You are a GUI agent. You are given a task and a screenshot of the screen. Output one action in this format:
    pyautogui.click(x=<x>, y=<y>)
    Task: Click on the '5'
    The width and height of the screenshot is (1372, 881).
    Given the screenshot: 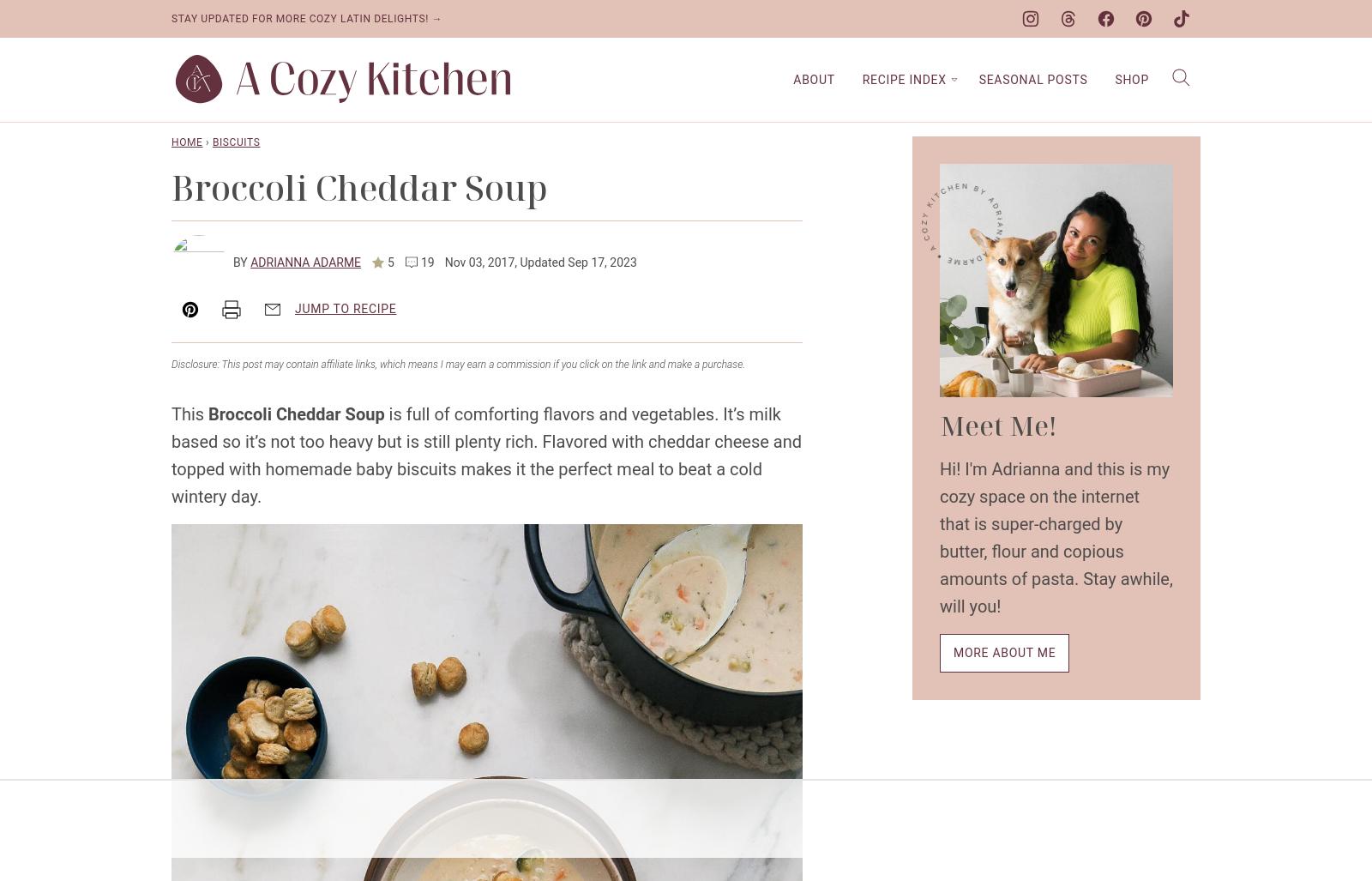 What is the action you would take?
    pyautogui.click(x=386, y=261)
    